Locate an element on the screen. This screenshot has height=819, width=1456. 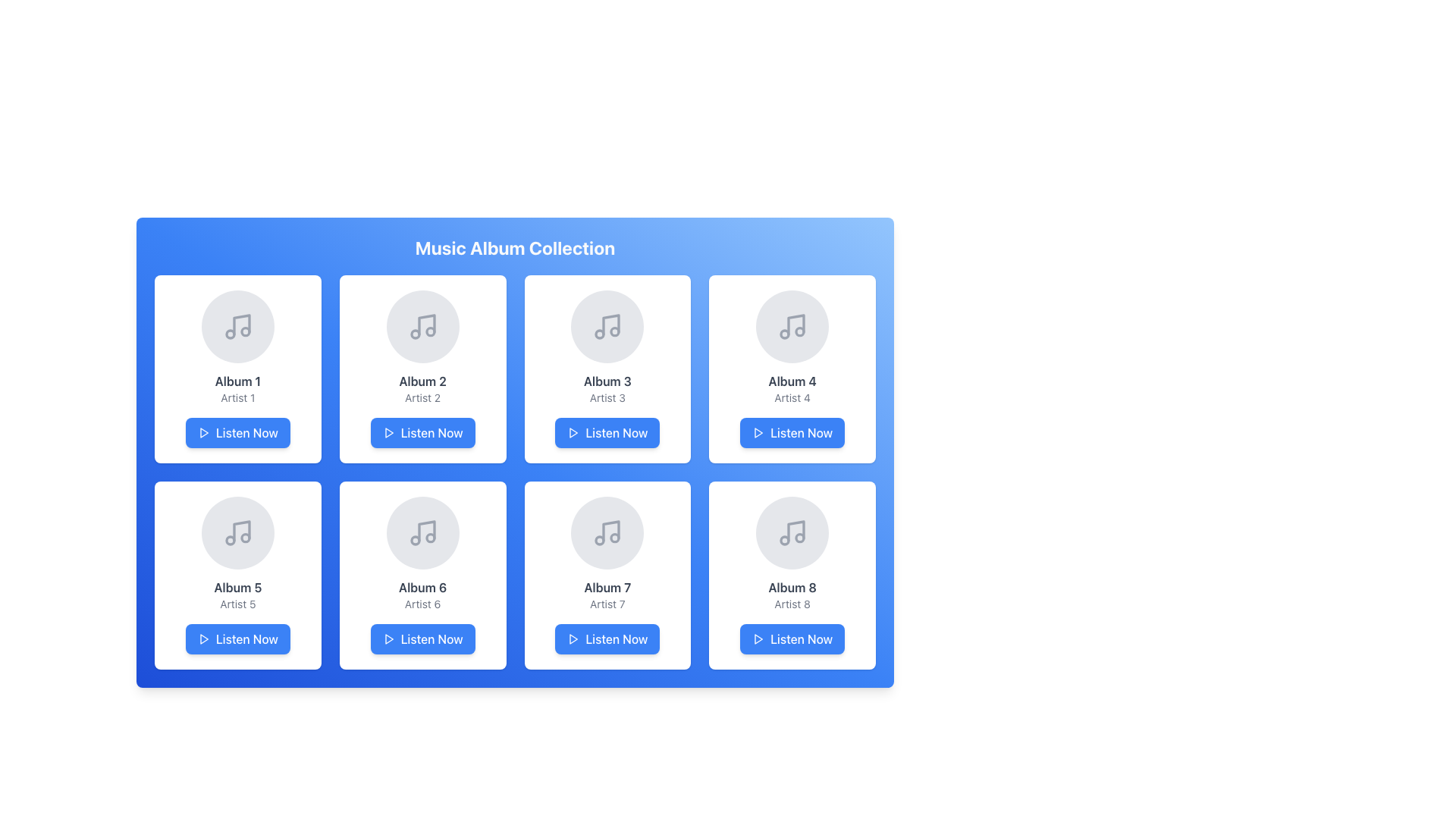
the triangular play icon within the 'Listen Now' button associated with 'Album 4' is located at coordinates (758, 432).